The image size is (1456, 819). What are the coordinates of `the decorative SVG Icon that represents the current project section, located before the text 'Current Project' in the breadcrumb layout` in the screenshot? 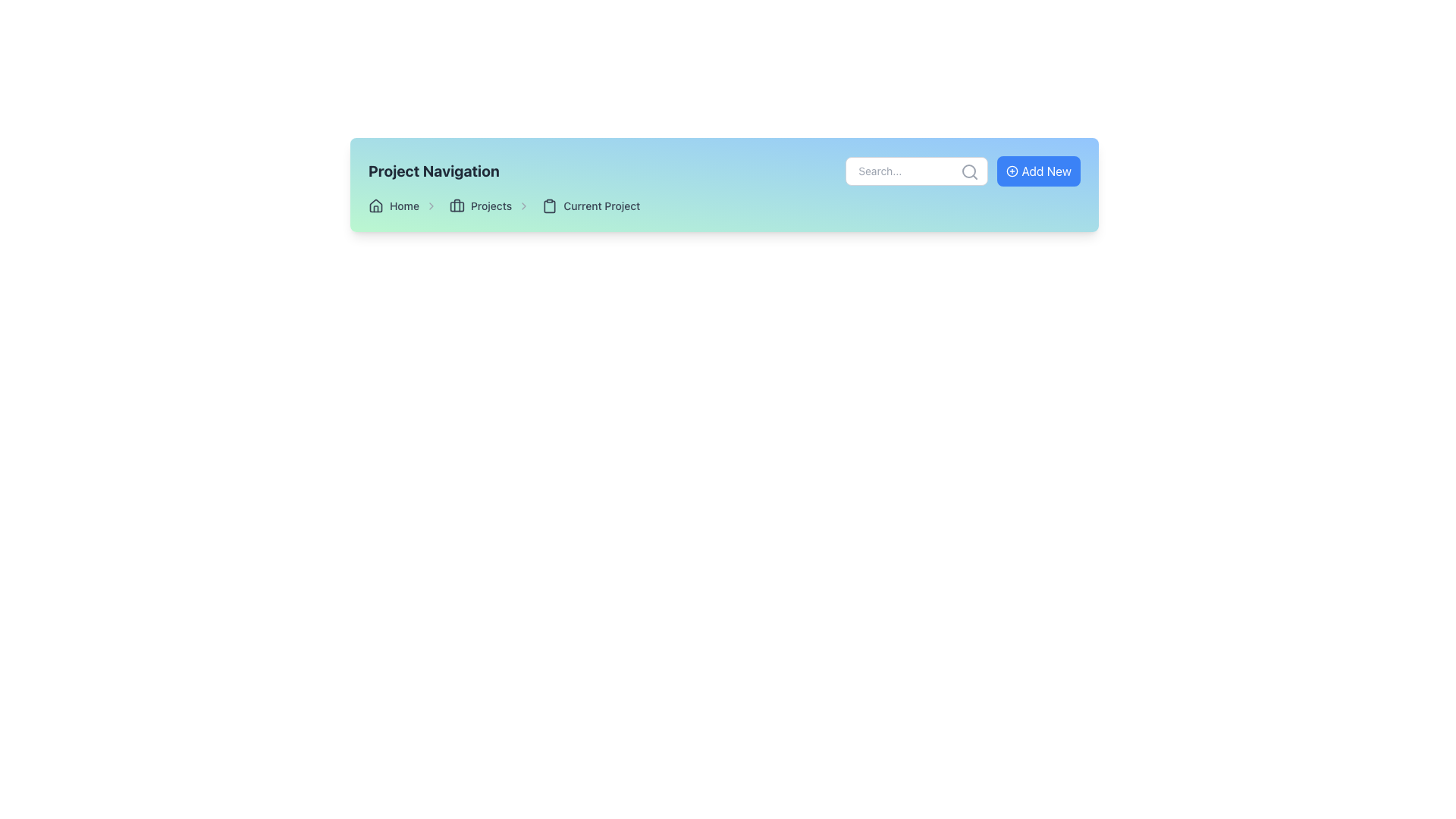 It's located at (549, 206).